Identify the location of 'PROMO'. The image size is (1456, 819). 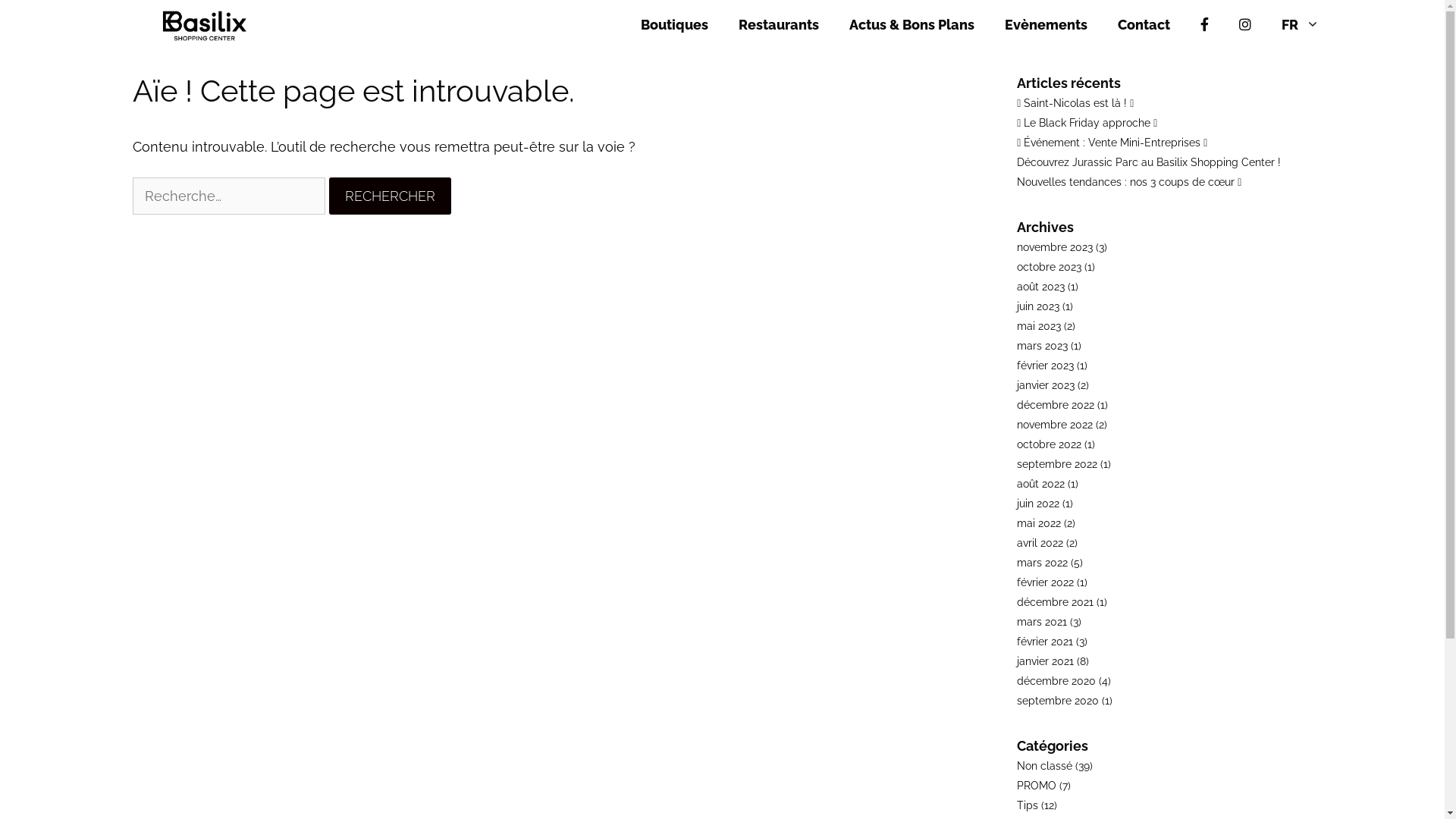
(1036, 785).